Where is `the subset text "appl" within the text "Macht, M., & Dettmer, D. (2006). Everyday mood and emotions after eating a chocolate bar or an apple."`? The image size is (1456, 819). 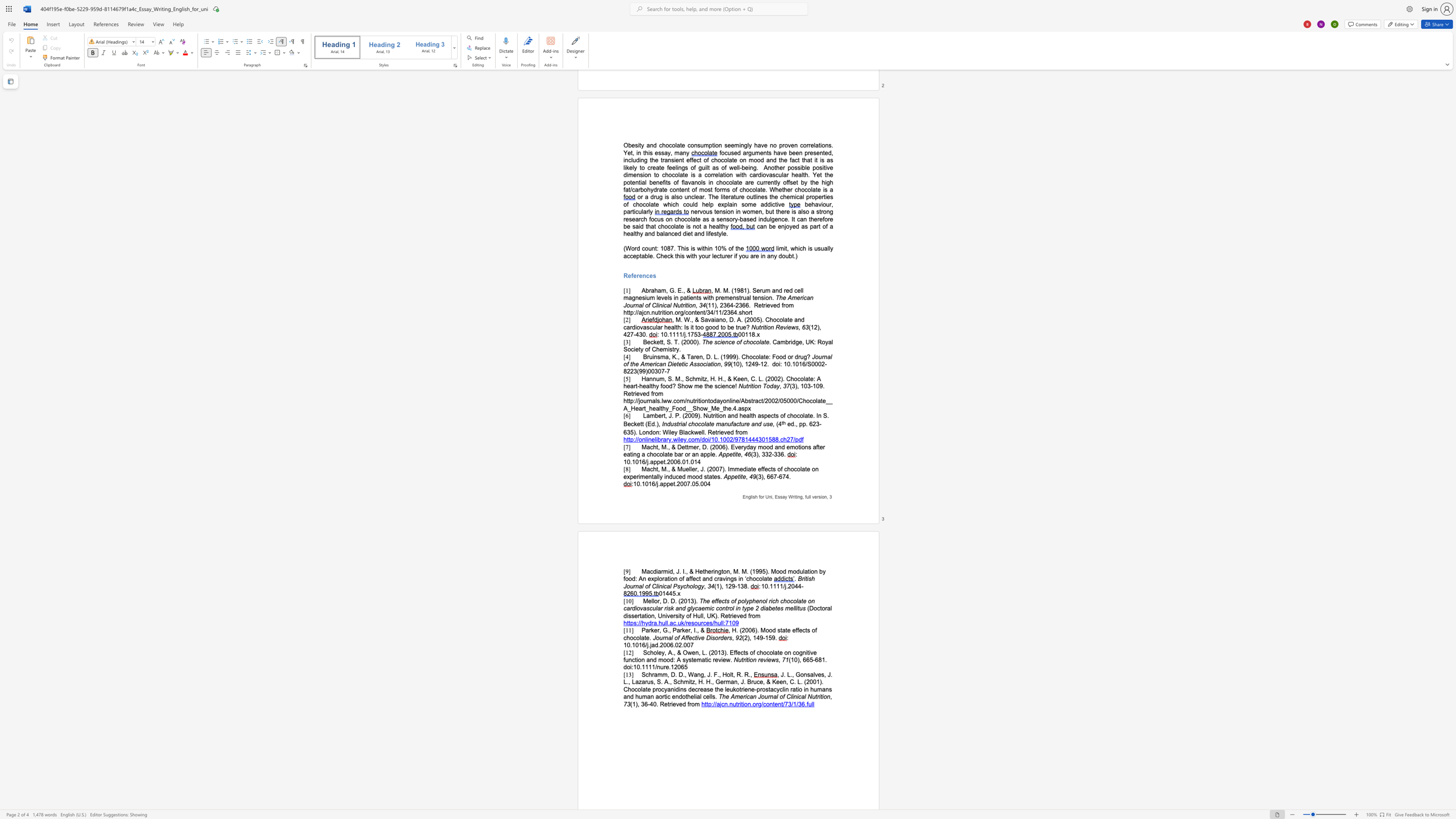
the subset text "appl" within the text "Macht, M., & Dettmer, D. (2006). Everyday mood and emotions after eating a chocolate bar or an apple." is located at coordinates (700, 454).